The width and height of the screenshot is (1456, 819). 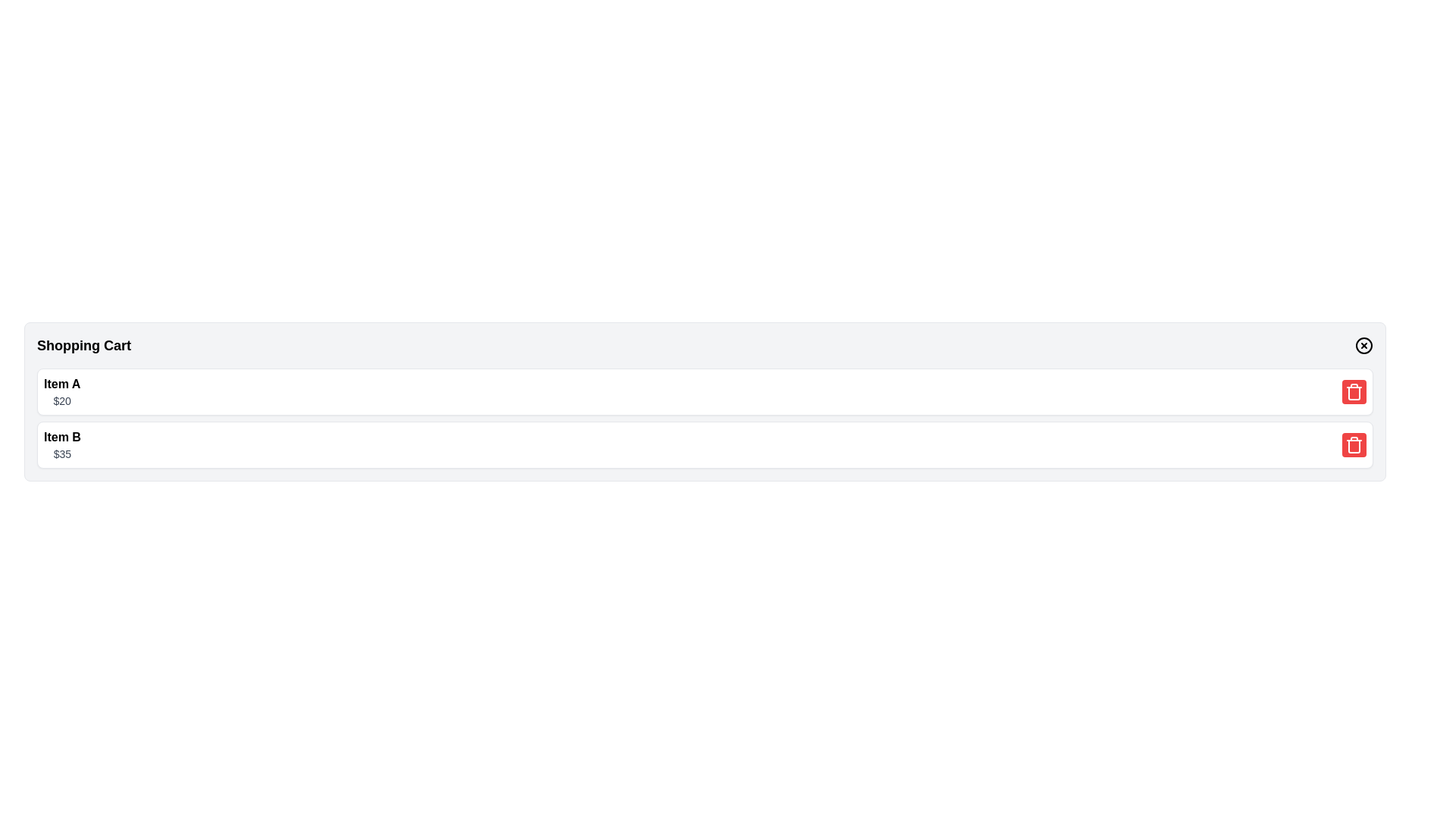 What do you see at coordinates (1354, 444) in the screenshot?
I see `the trash bin button with a red background located on the right side of 'Item B' in the list view` at bounding box center [1354, 444].